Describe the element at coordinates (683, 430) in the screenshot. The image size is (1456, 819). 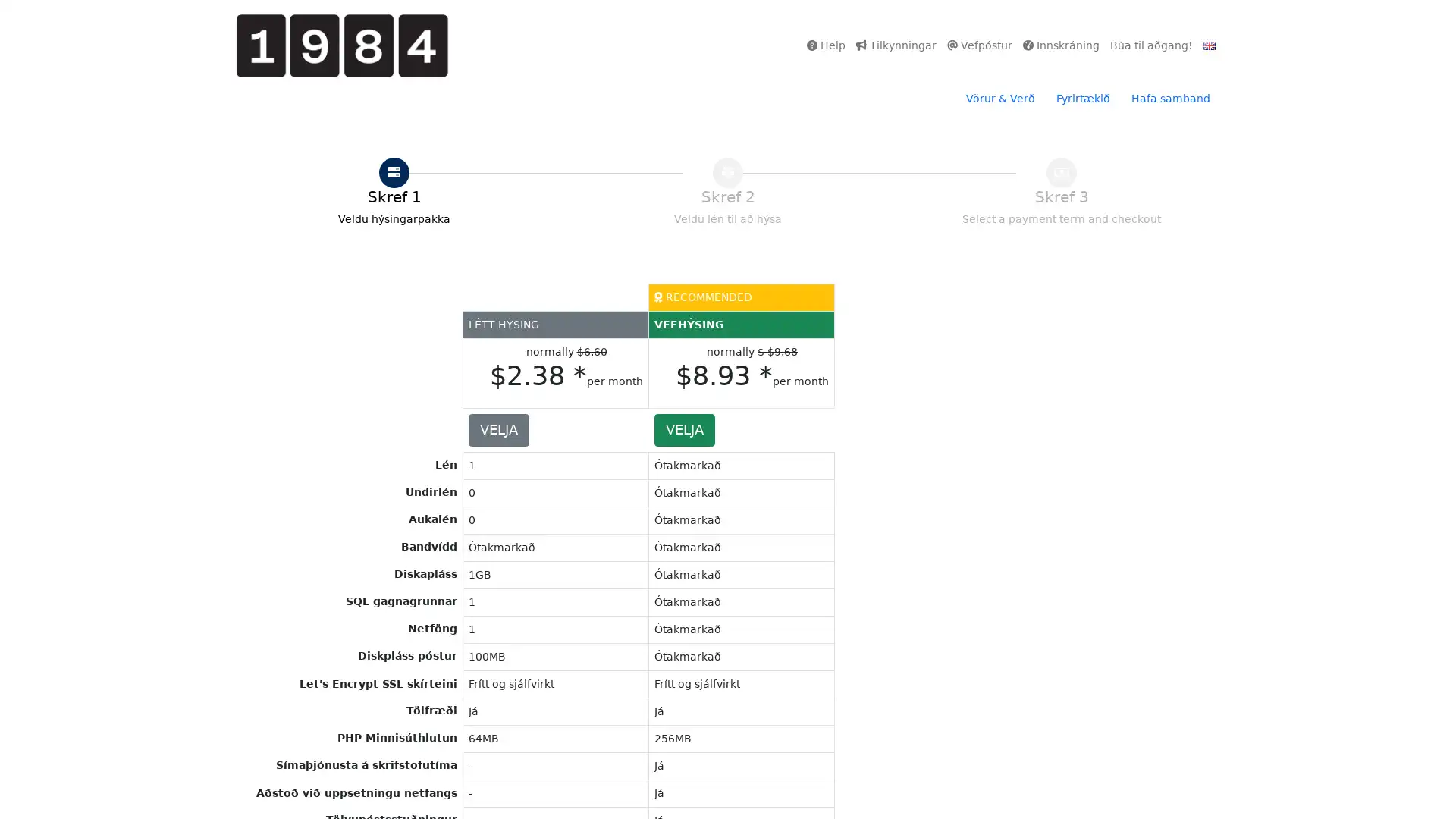
I see `VELJA` at that location.